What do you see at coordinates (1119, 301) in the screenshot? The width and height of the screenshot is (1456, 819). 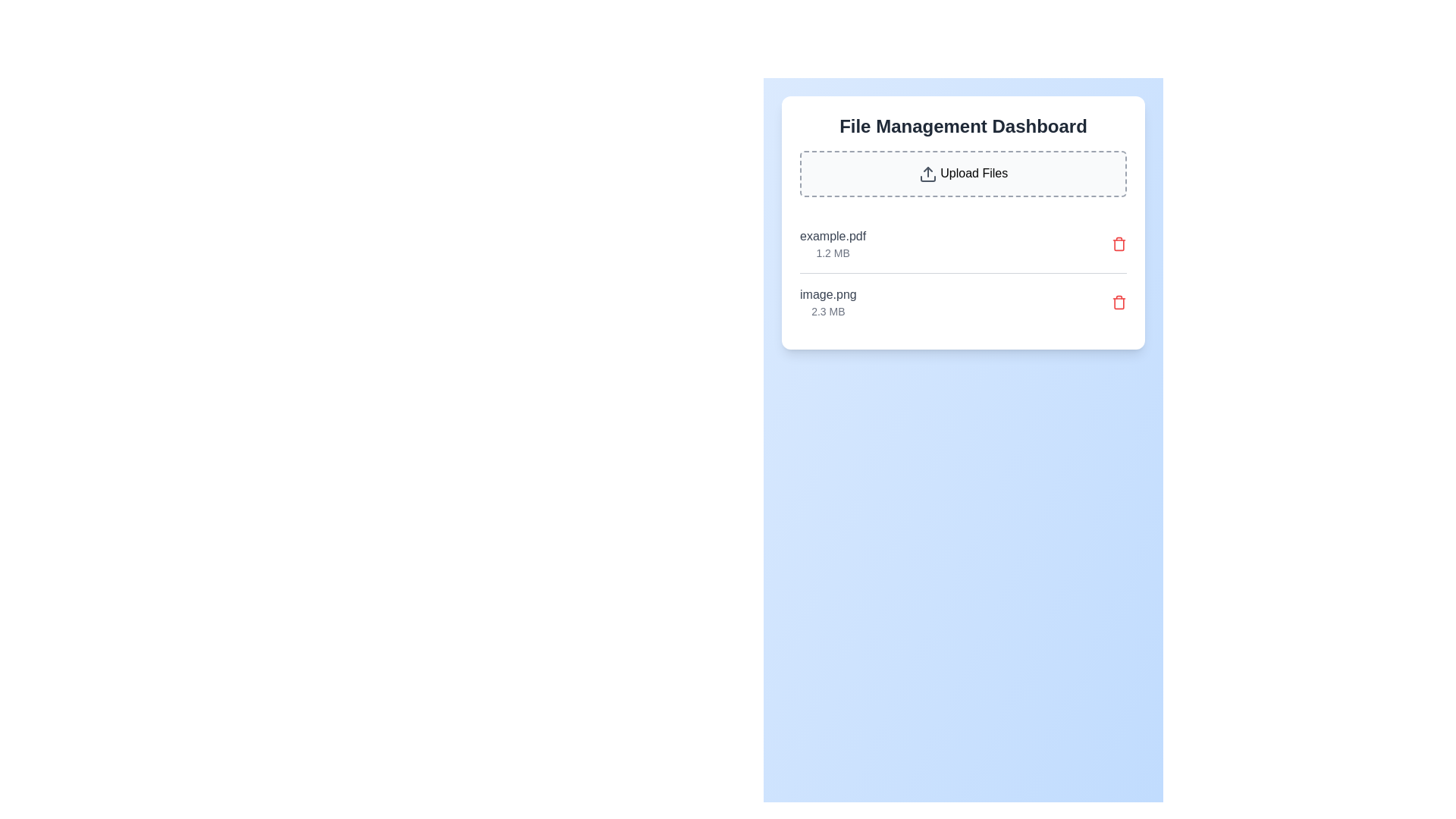 I see `the red trash can icon delete button located on the right side of the list item displaying 'image.png 2.3 MB'` at bounding box center [1119, 301].